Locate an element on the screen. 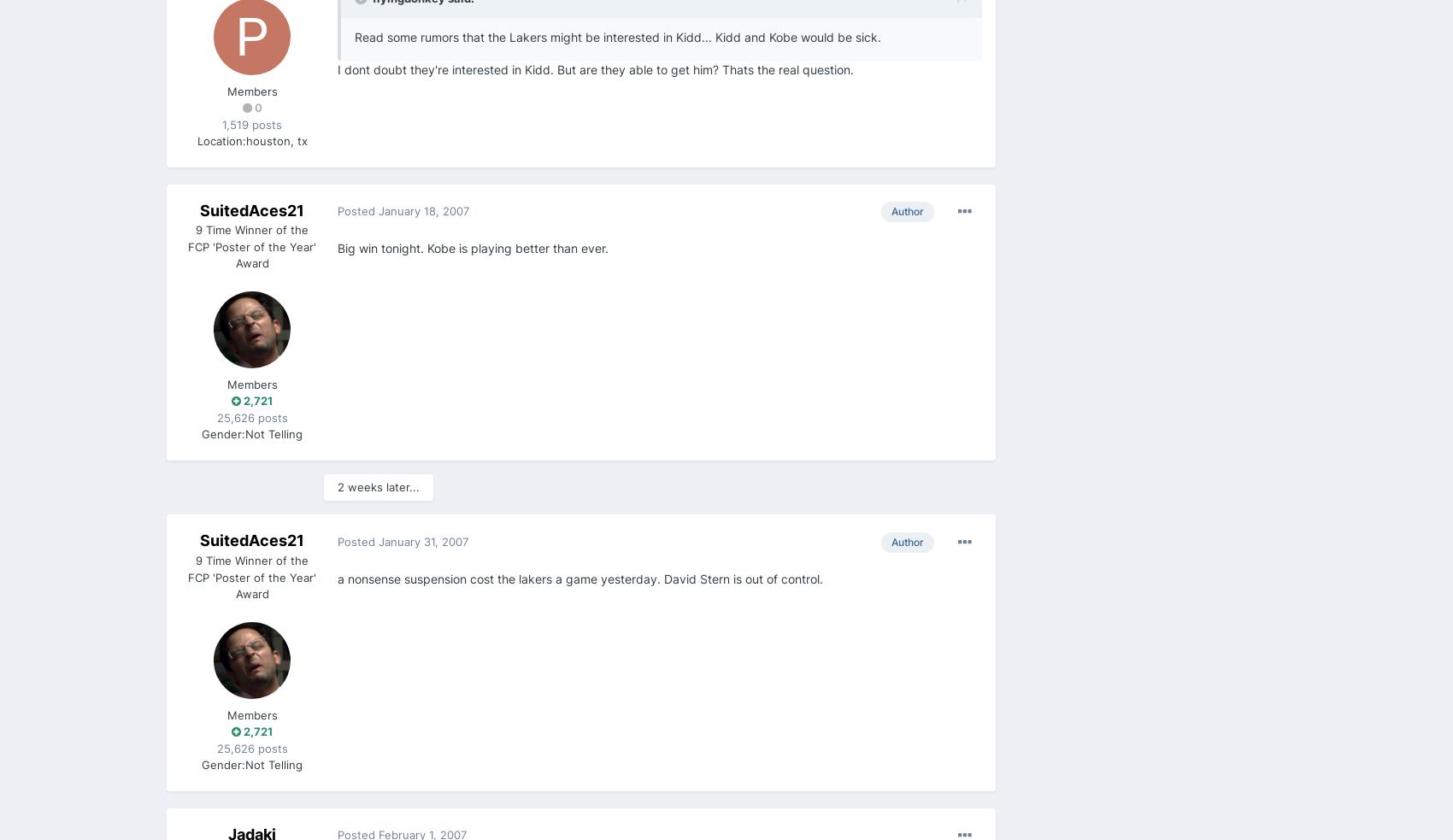 Image resolution: width=1453 pixels, height=840 pixels. 'a nonsense suspension cost the lakers a game yesterday.  David Stern is out of control.' is located at coordinates (579, 577).